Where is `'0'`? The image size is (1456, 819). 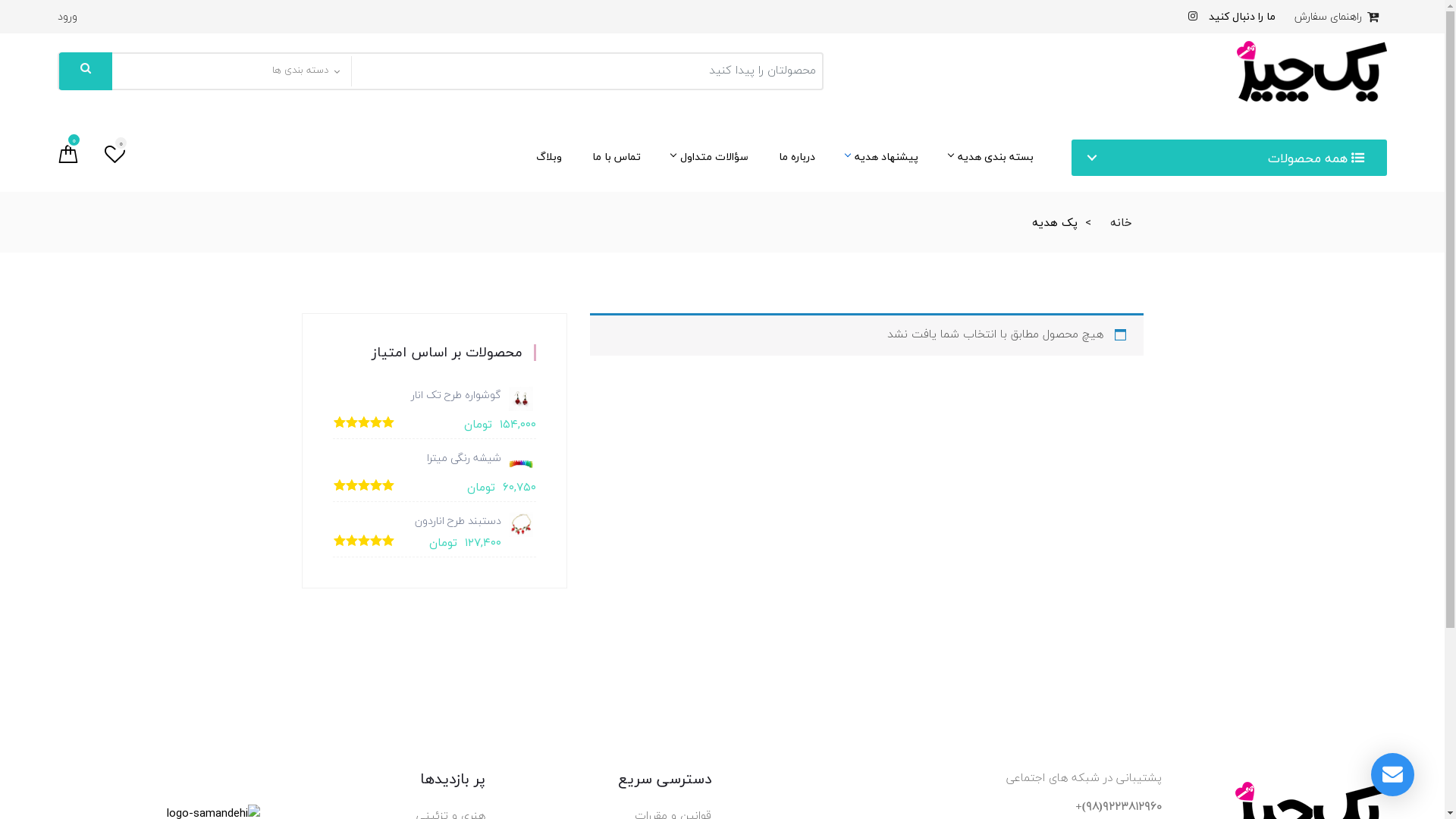
'0' is located at coordinates (104, 156).